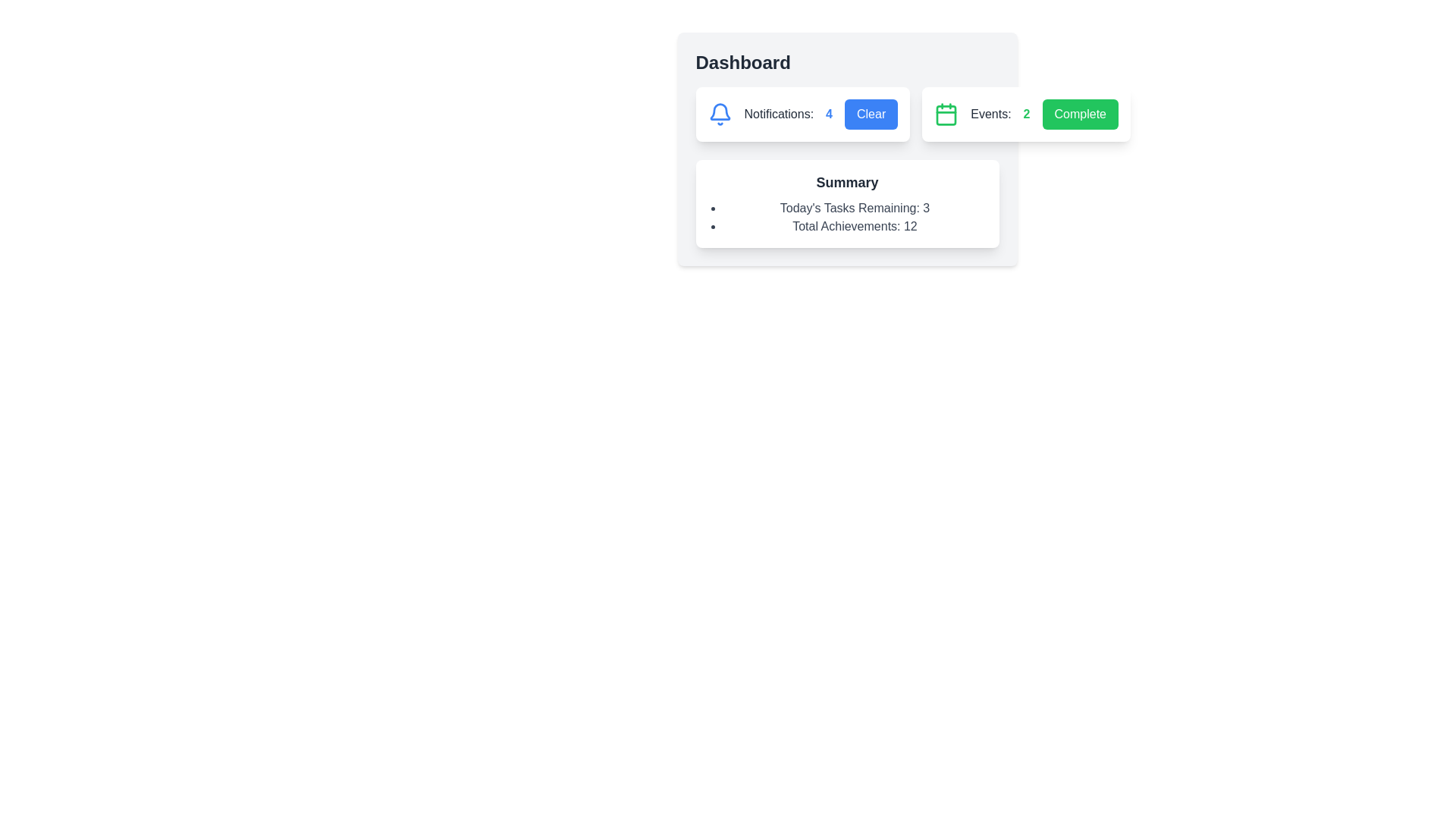 The width and height of the screenshot is (1456, 819). What do you see at coordinates (802, 113) in the screenshot?
I see `notification count from the Notification Panel displayed on the left side of the dashboard interface` at bounding box center [802, 113].